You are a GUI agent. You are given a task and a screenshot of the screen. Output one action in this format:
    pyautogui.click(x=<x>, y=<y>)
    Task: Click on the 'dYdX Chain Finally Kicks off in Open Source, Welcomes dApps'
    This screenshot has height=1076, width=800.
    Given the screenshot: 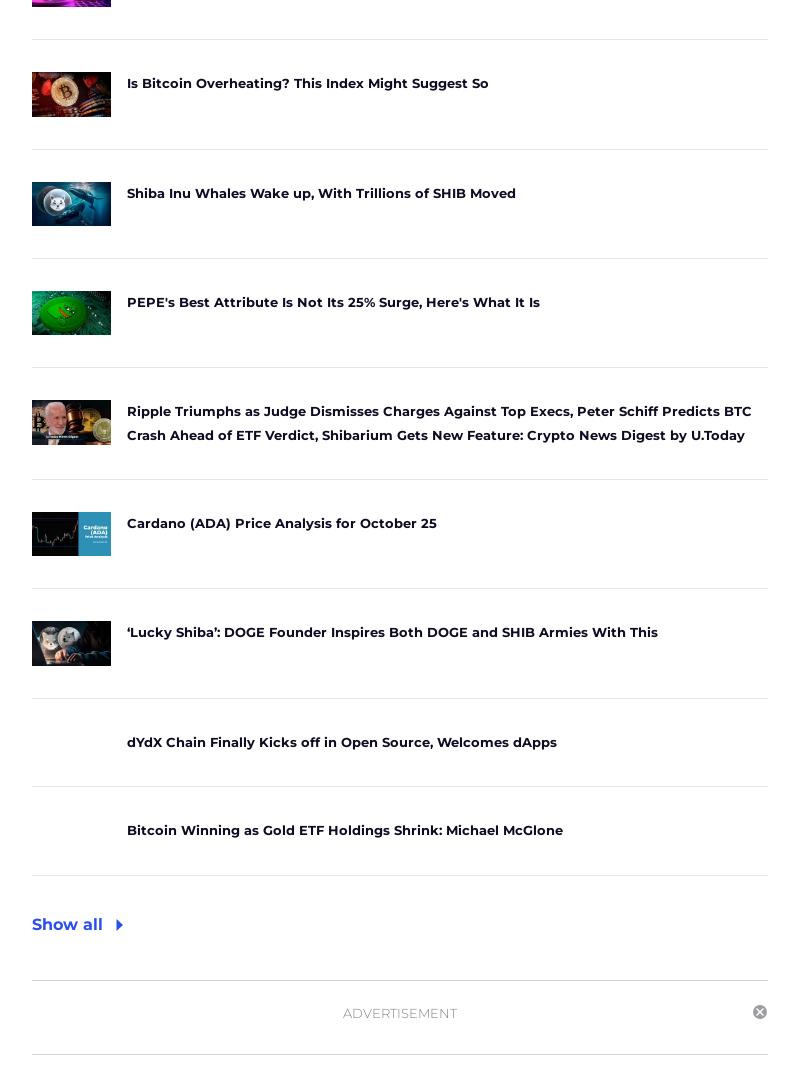 What is the action you would take?
    pyautogui.click(x=342, y=740)
    